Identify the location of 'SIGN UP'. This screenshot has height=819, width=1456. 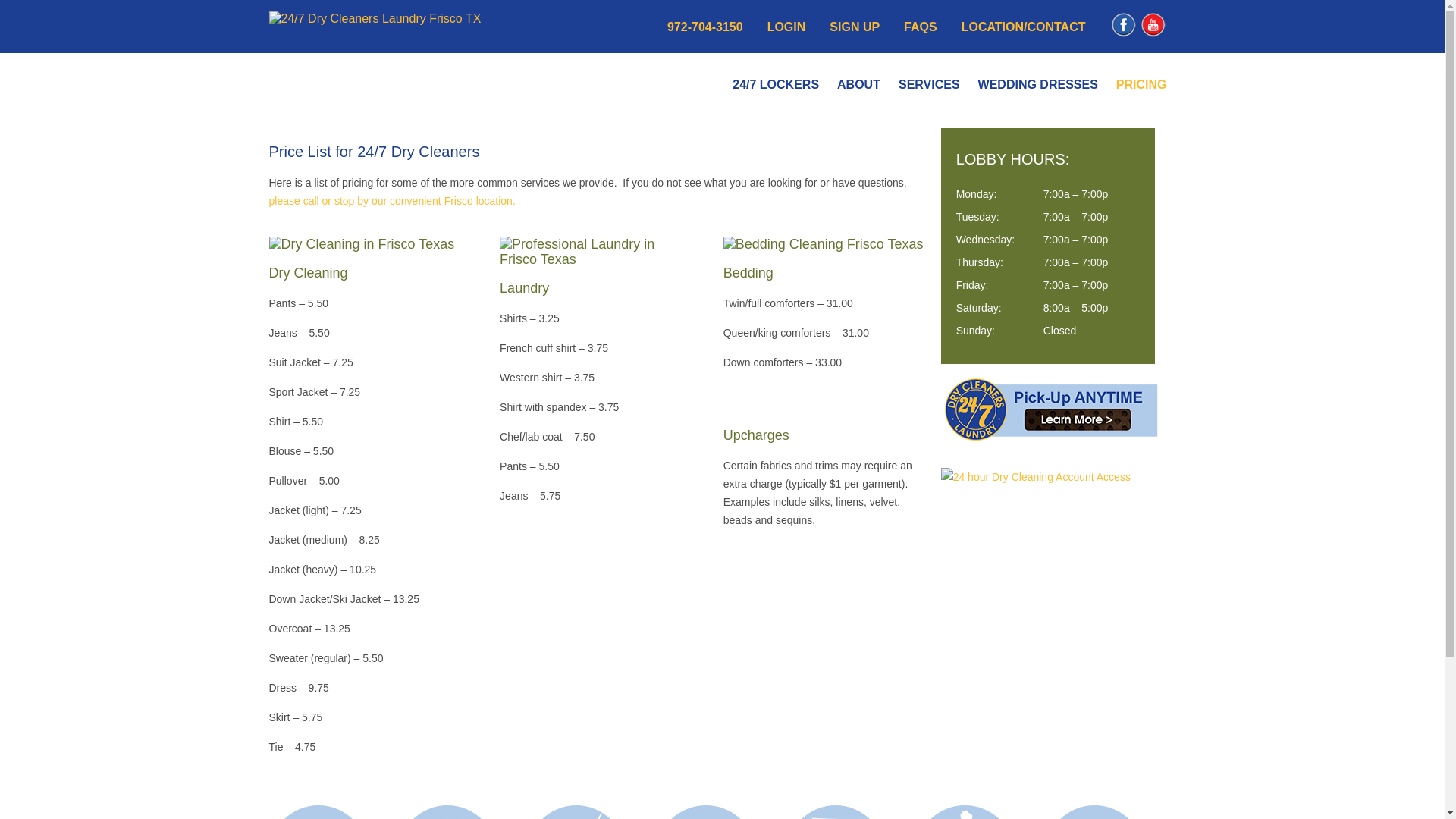
(855, 27).